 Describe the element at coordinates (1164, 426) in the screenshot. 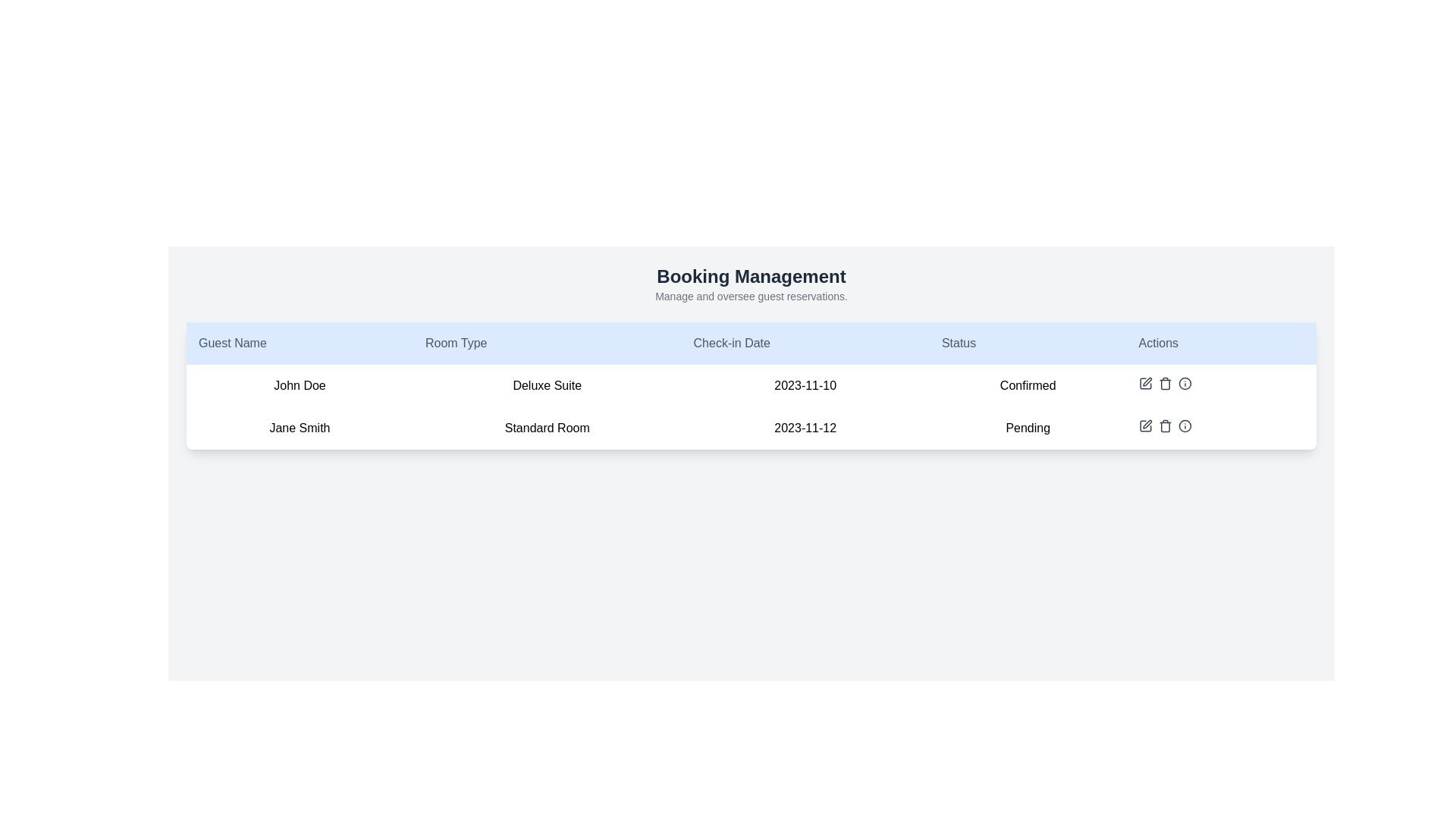

I see `the delete button located in the 'Actions' column of the second row in the table, positioned between the edit icon and the info icon` at that location.